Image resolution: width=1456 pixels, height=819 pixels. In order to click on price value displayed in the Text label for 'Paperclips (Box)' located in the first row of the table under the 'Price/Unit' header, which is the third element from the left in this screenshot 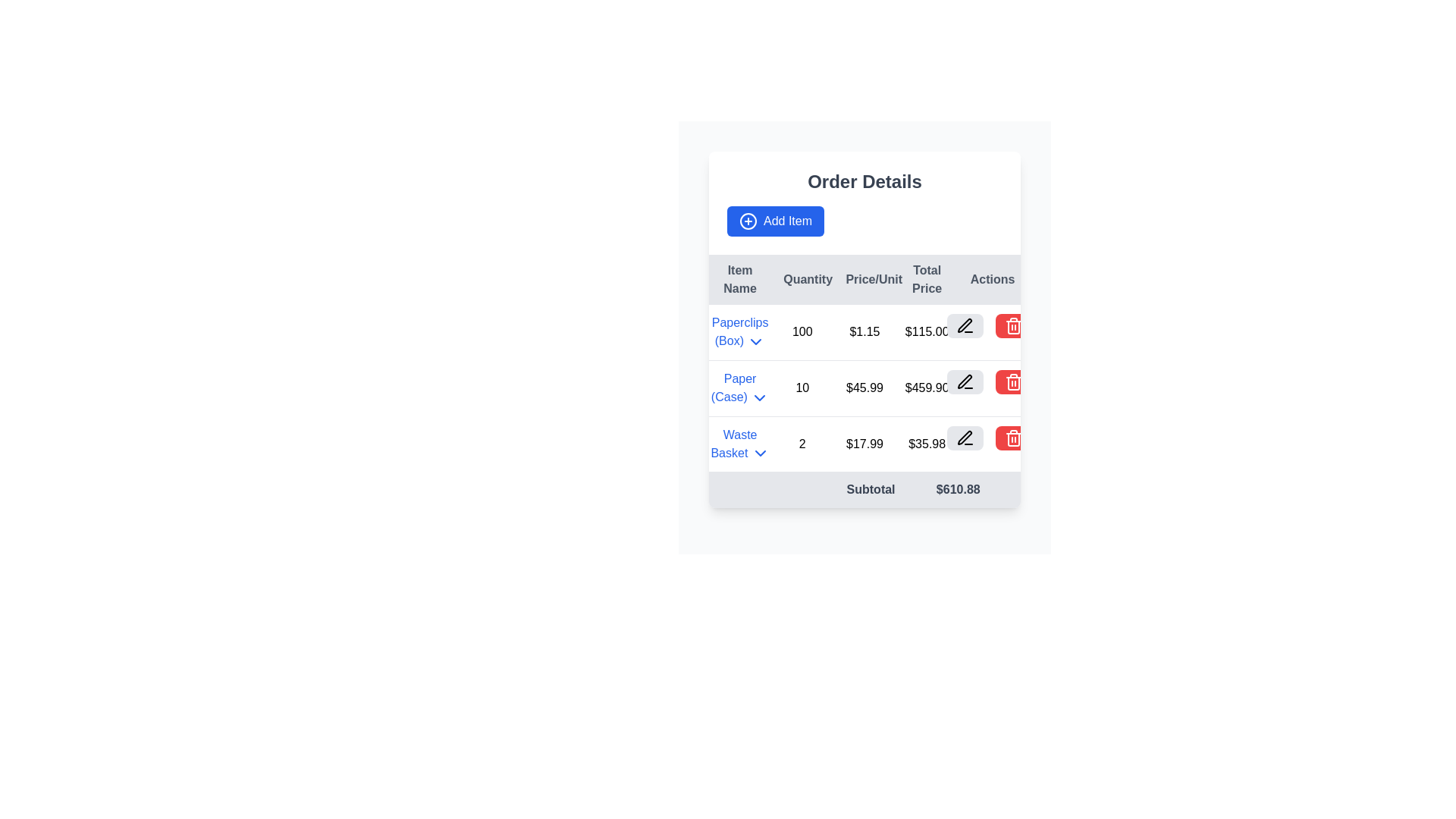, I will do `click(864, 331)`.